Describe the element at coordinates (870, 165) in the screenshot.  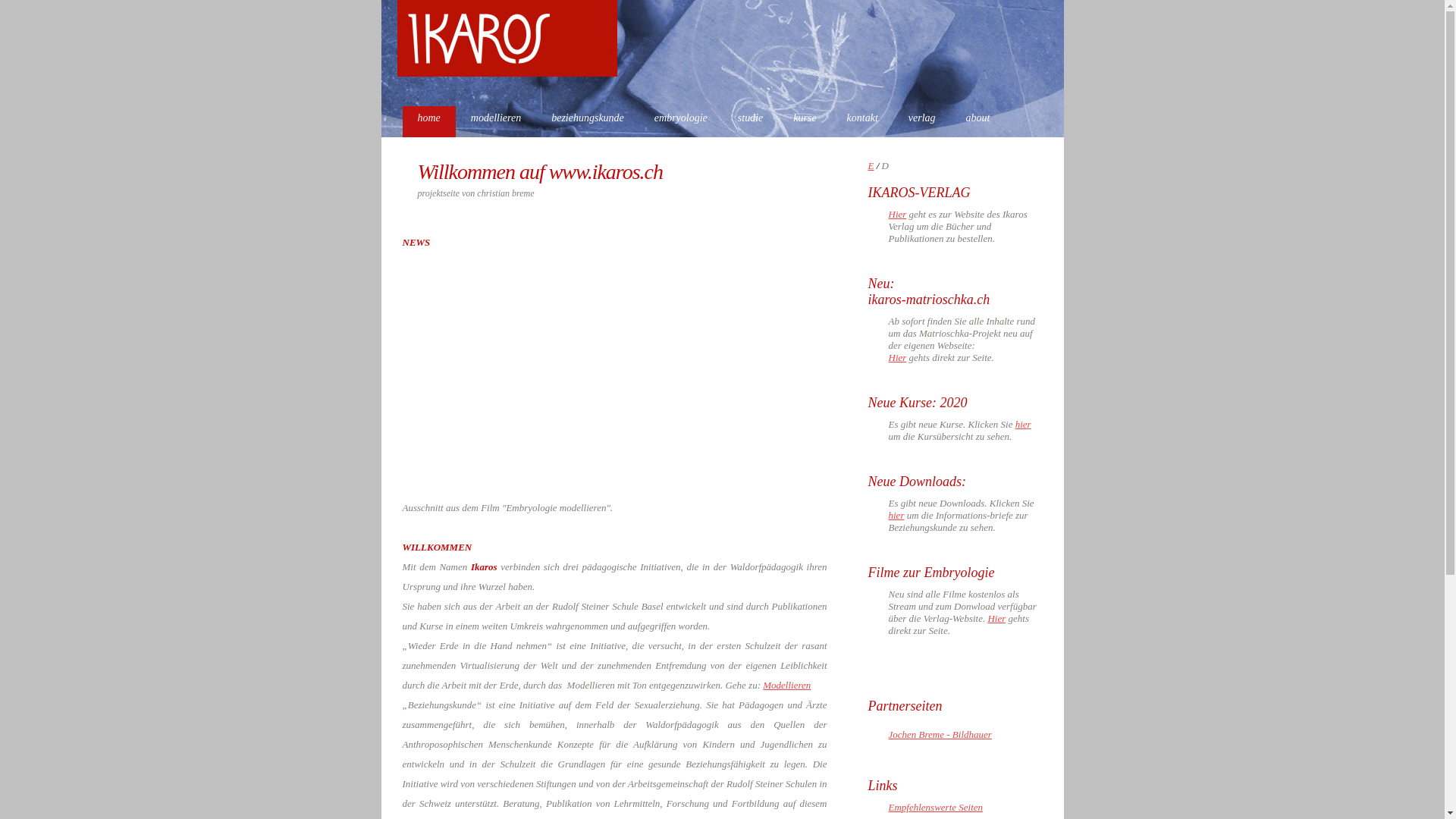
I see `'E'` at that location.